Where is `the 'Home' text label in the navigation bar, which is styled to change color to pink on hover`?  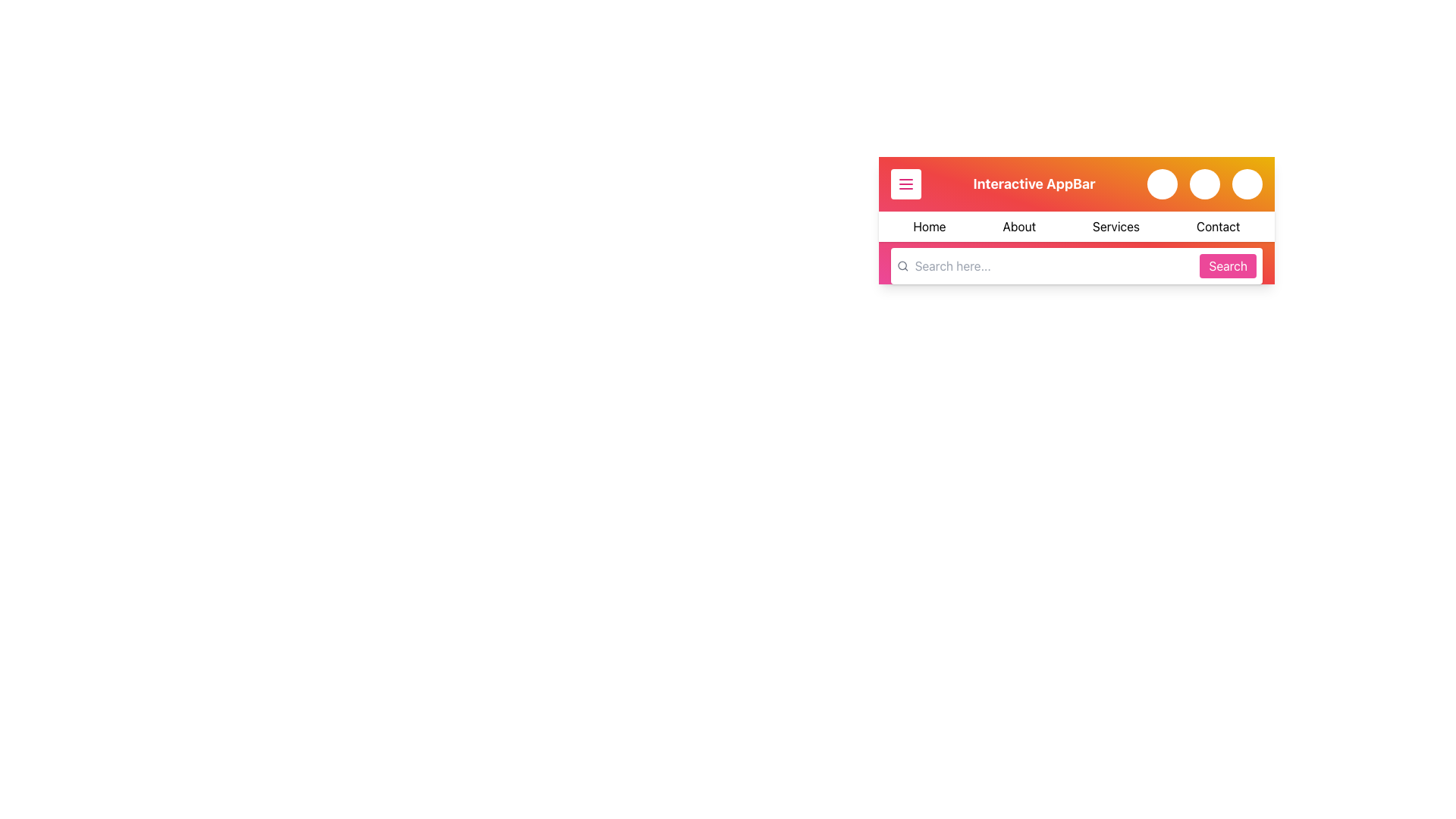
the 'Home' text label in the navigation bar, which is styled to change color to pink on hover is located at coordinates (928, 227).